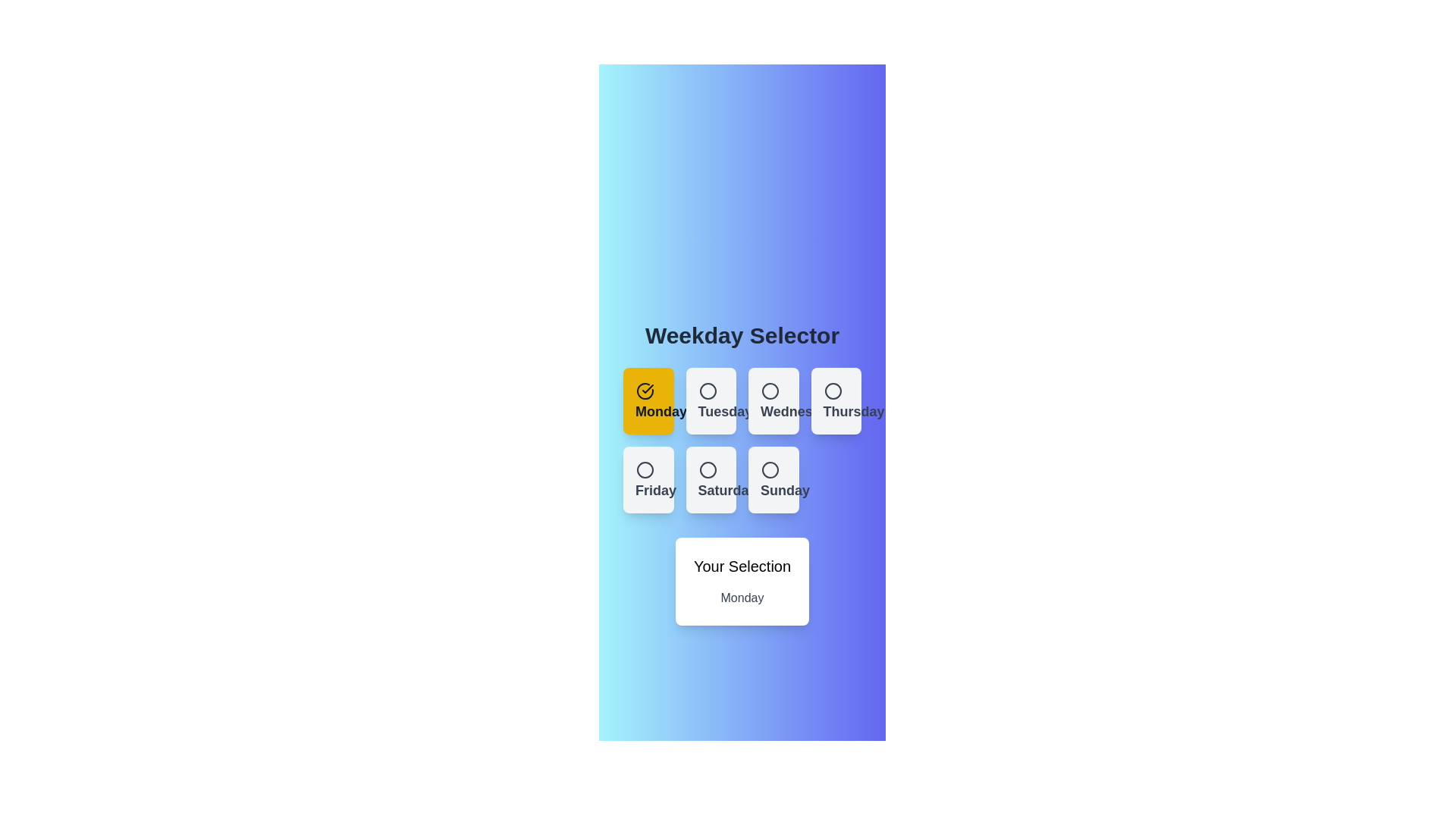 This screenshot has width=1456, height=819. I want to click on the button corresponding to Wednesday, so click(773, 400).